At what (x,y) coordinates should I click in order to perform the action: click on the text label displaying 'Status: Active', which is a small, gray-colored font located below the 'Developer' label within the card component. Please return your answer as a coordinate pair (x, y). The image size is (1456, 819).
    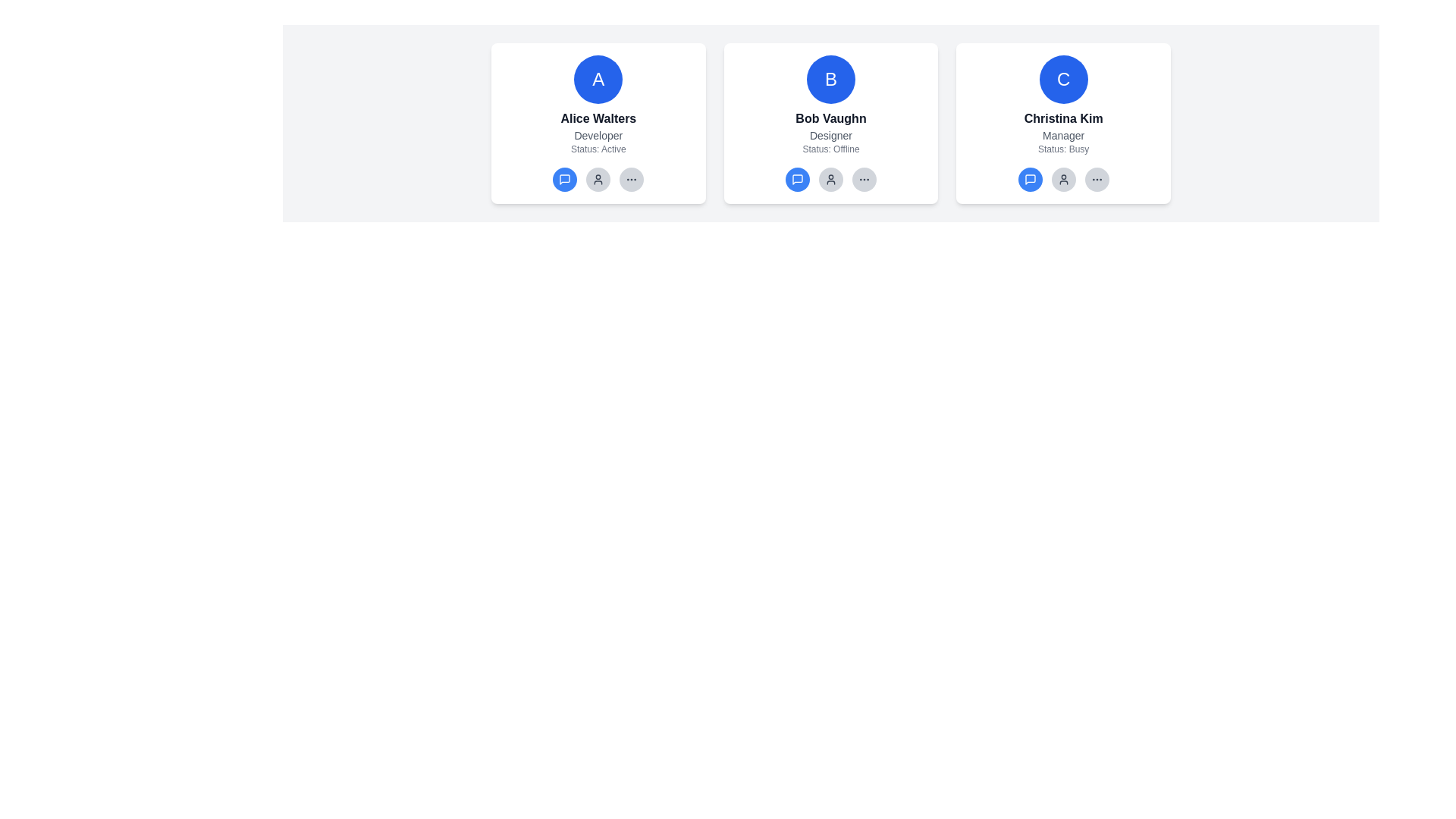
    Looking at the image, I should click on (598, 149).